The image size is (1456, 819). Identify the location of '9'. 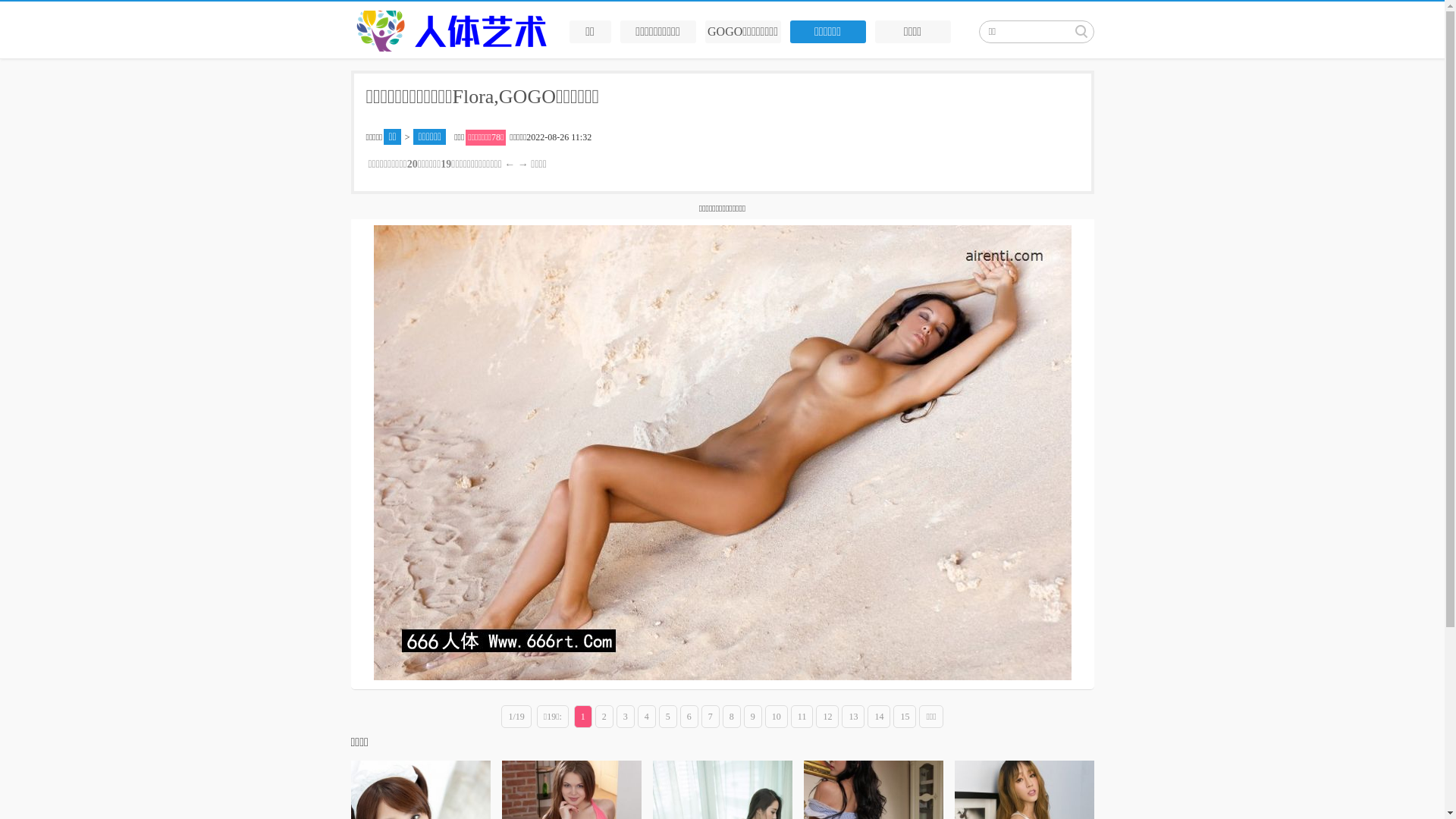
(743, 717).